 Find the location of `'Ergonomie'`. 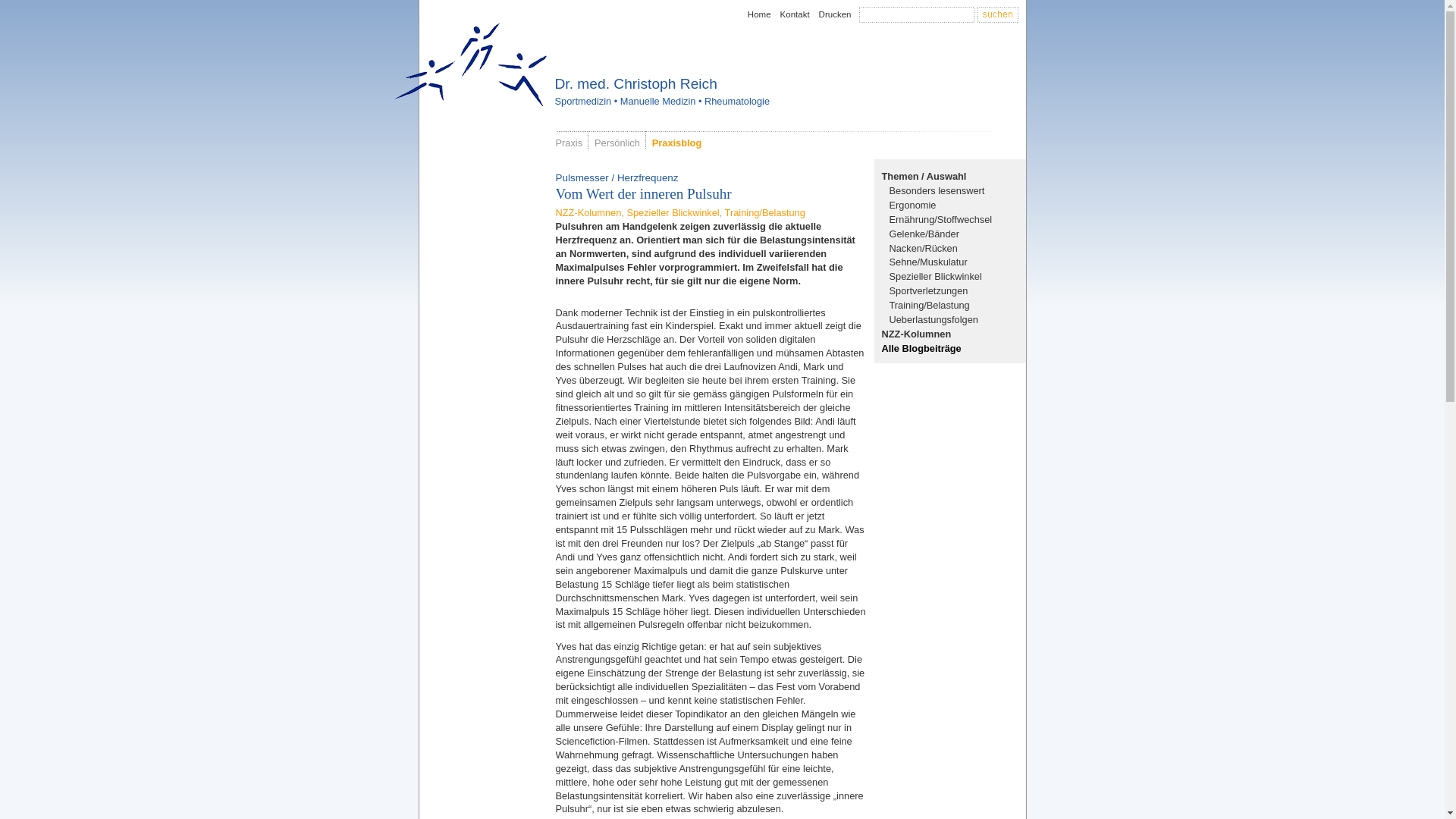

'Ergonomie' is located at coordinates (912, 205).